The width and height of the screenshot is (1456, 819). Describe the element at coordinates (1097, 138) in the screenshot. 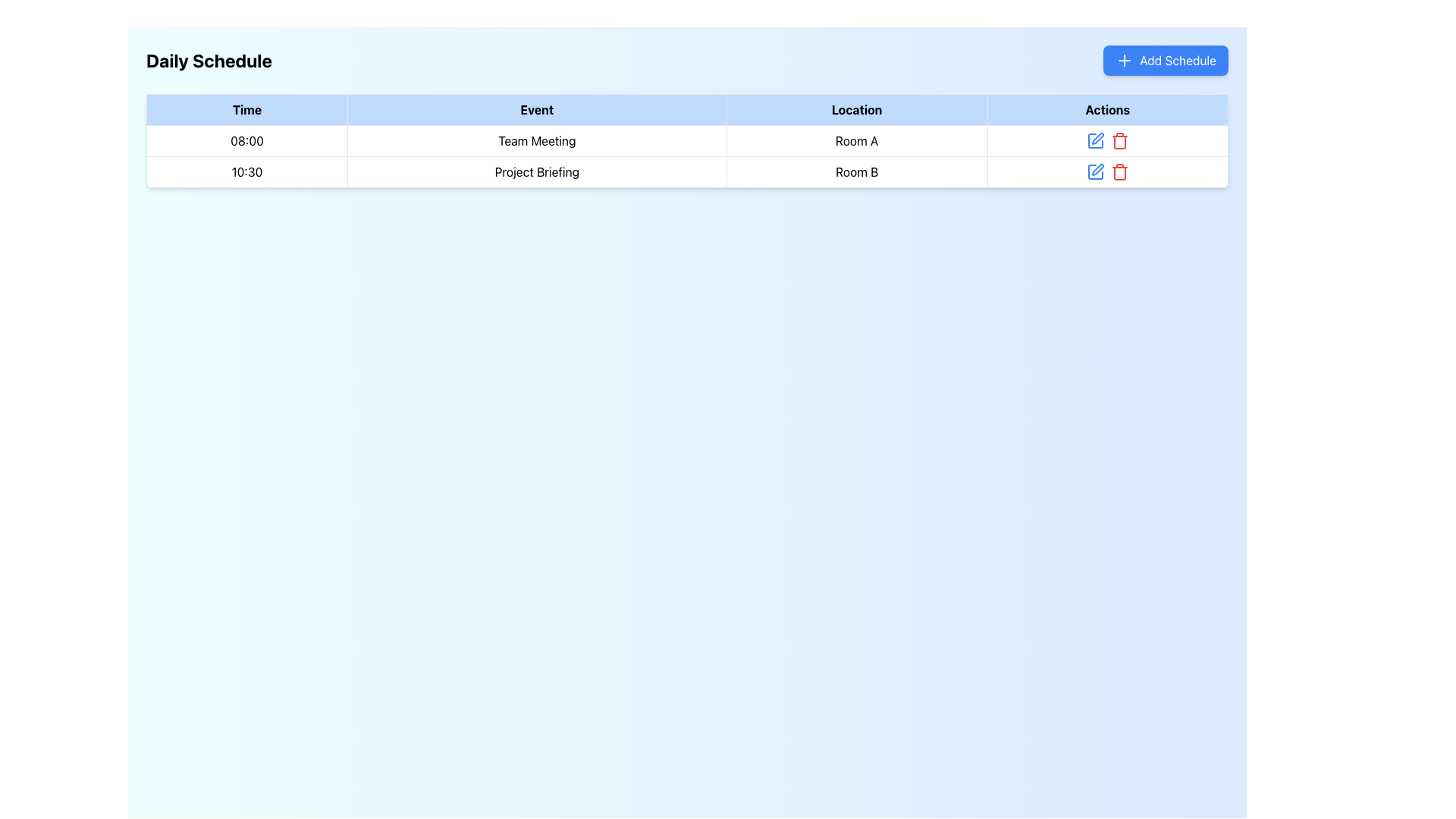

I see `the blue pen icon in the Actions column of the first row` at that location.